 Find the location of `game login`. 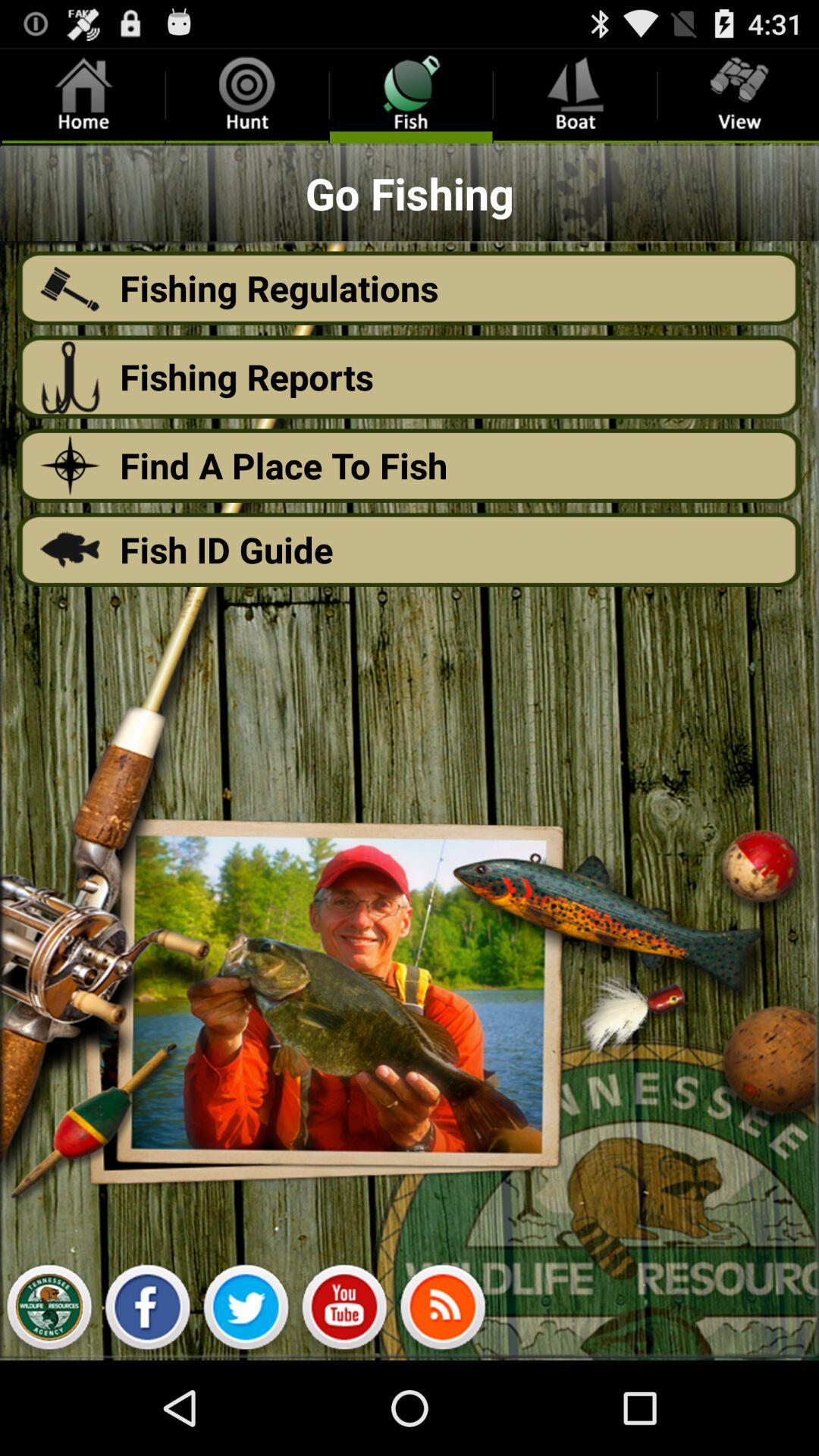

game login is located at coordinates (48, 1310).